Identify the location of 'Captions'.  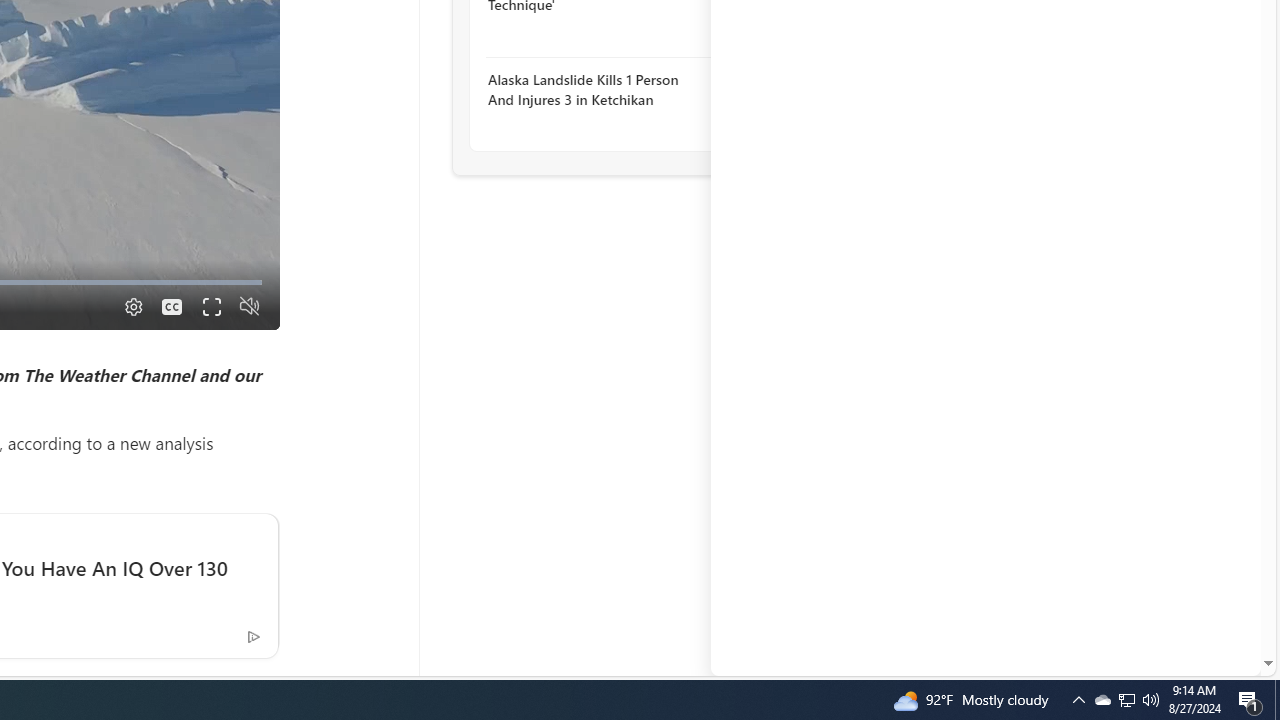
(171, 306).